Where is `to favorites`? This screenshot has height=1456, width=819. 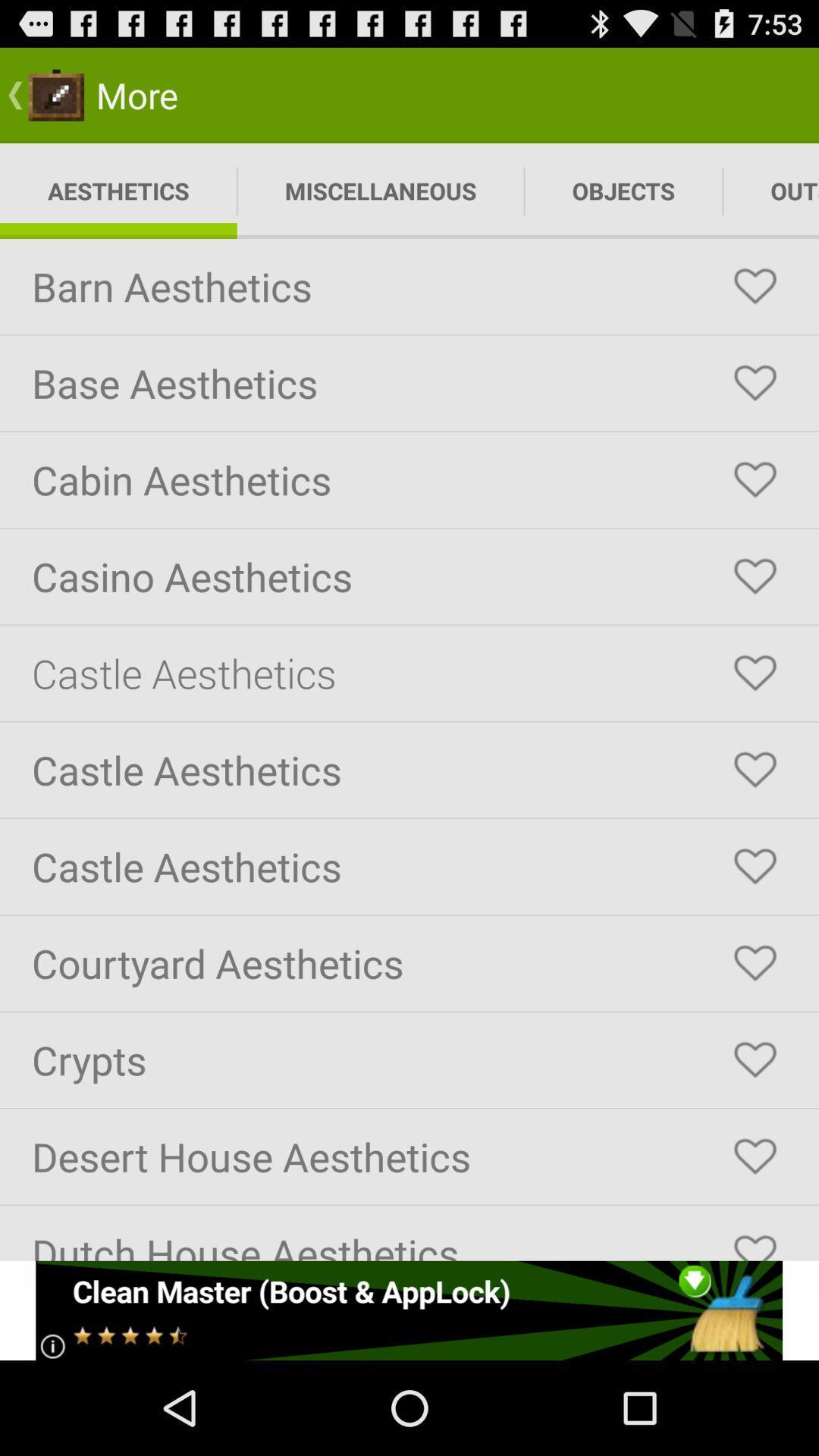
to favorites is located at coordinates (755, 962).